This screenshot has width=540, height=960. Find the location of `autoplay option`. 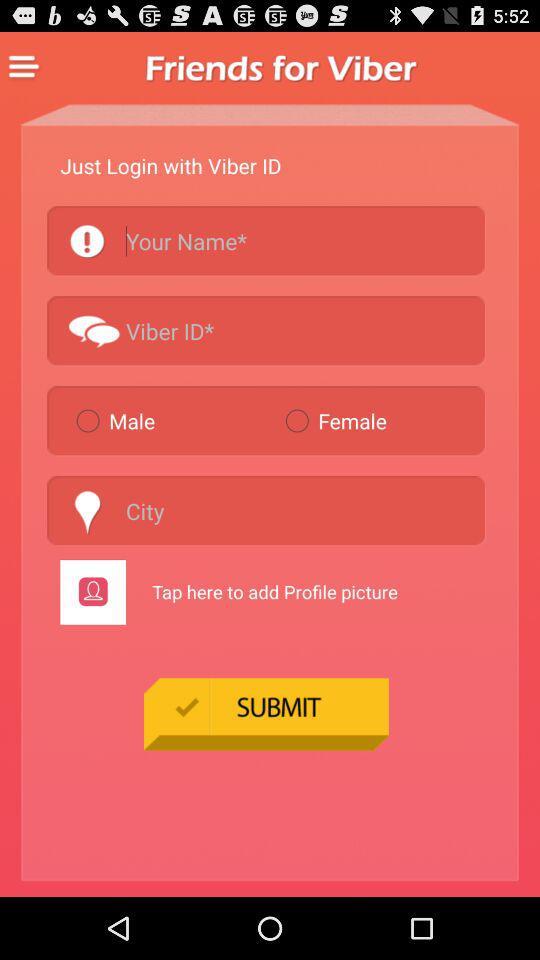

autoplay option is located at coordinates (266, 240).